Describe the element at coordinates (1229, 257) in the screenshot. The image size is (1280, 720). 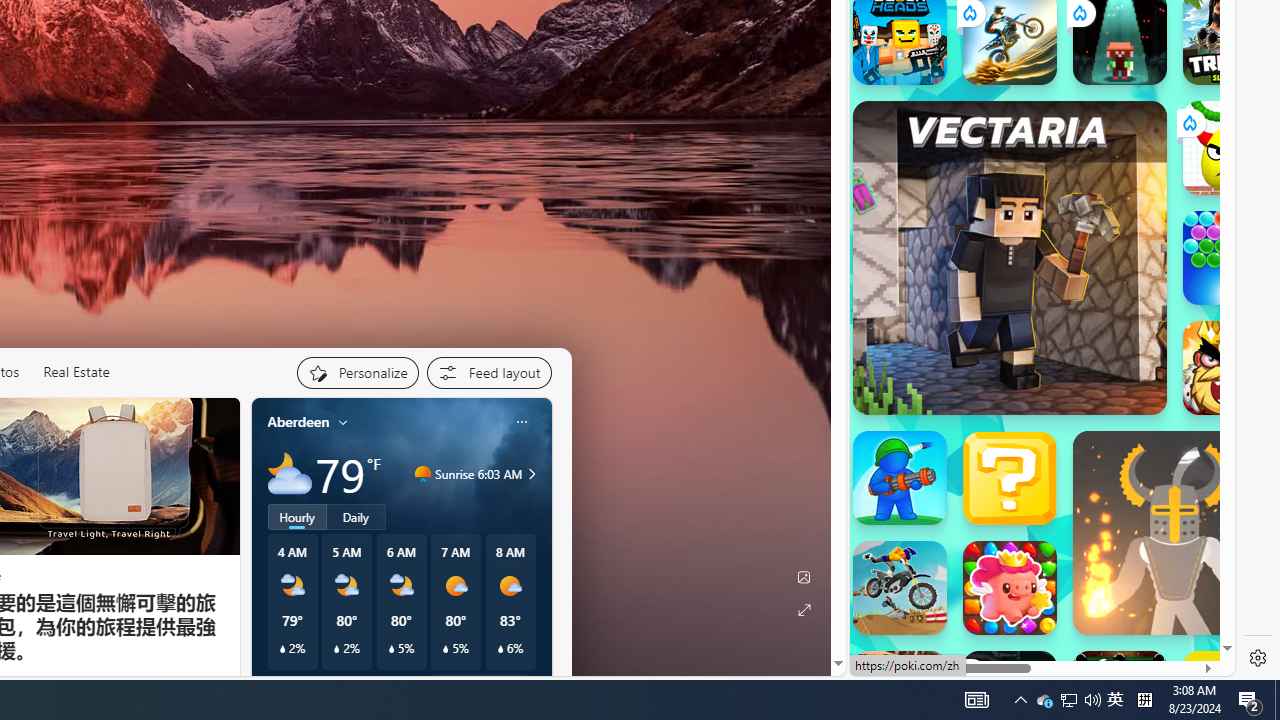
I see `'Bubble Shooter Bubble Shooter'` at that location.